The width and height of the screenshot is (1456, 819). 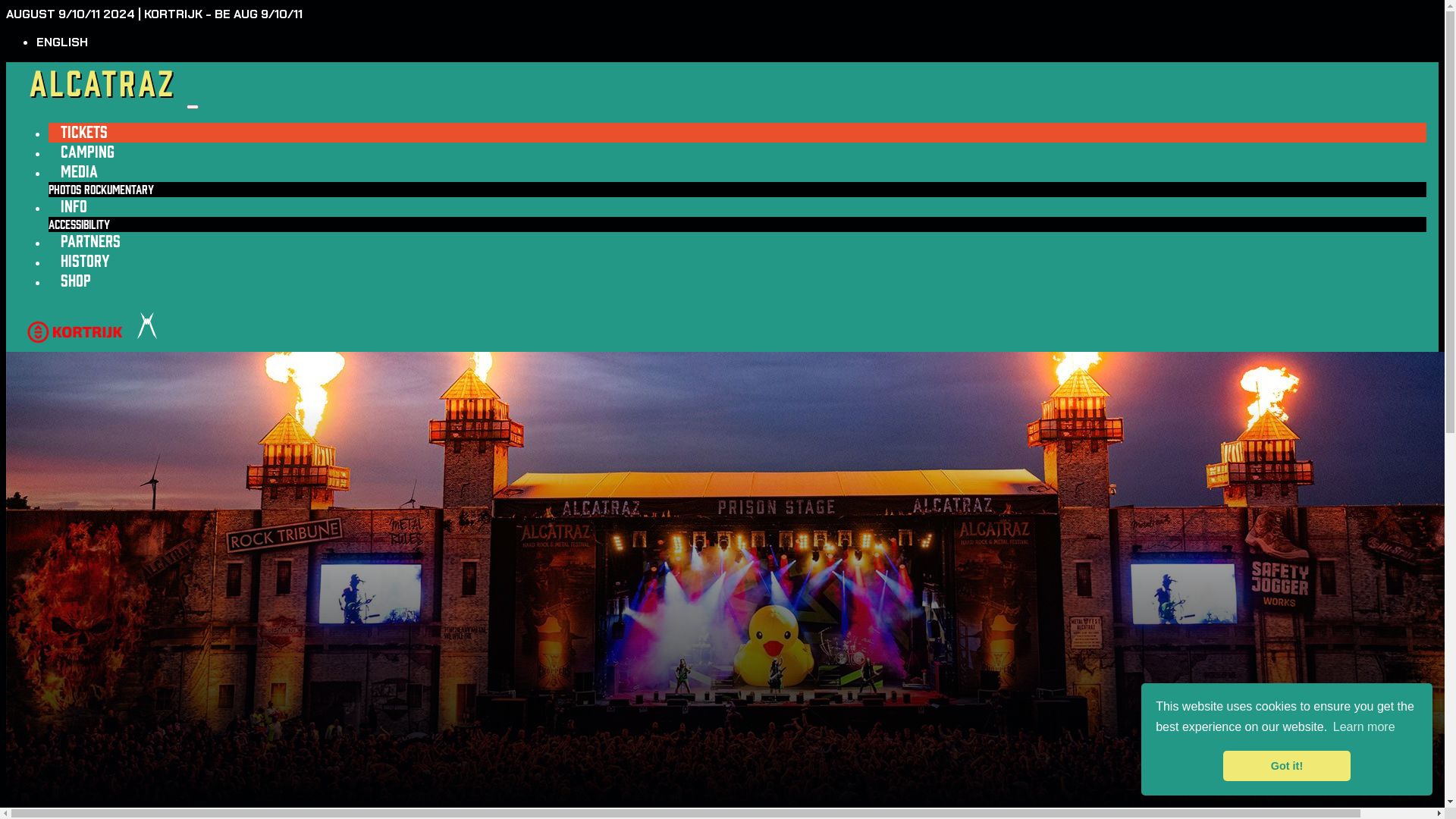 I want to click on 'MEDIA', so click(x=78, y=171).